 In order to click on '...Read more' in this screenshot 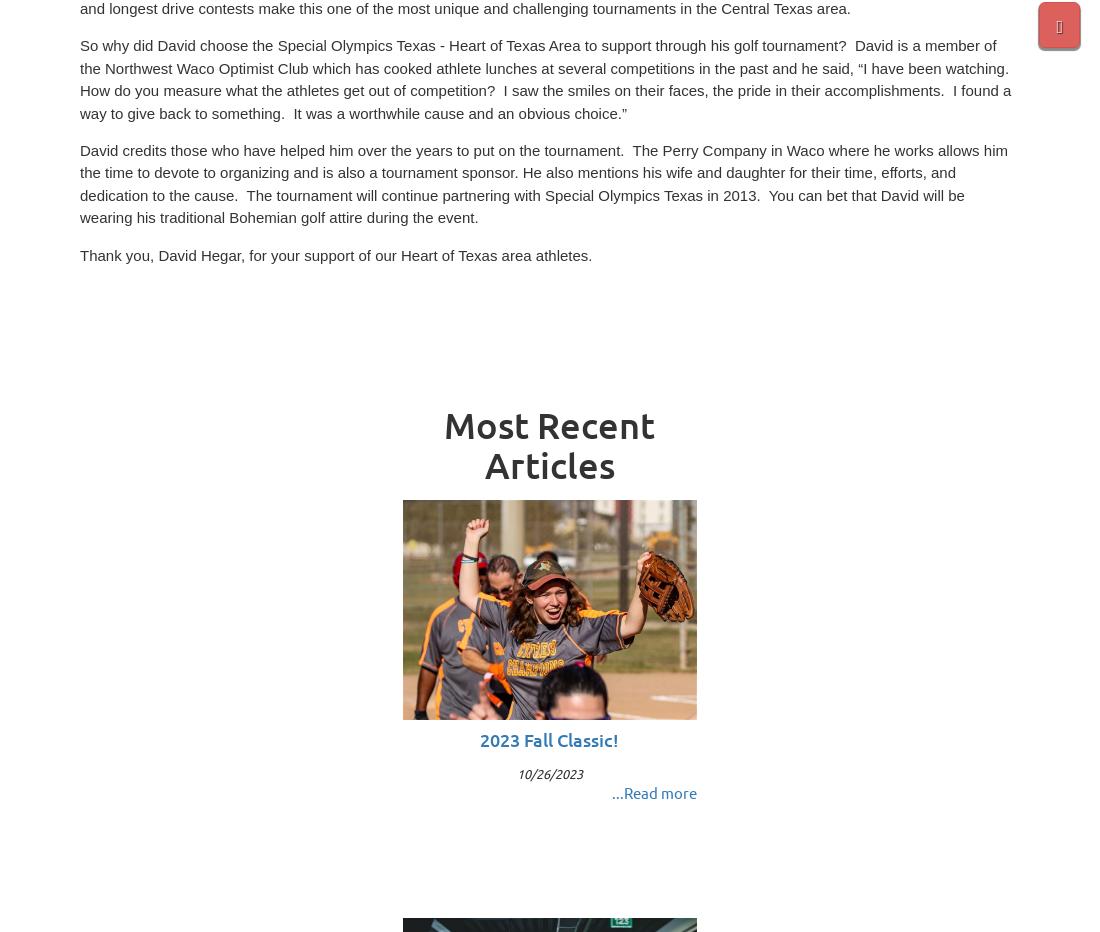, I will do `click(610, 791)`.